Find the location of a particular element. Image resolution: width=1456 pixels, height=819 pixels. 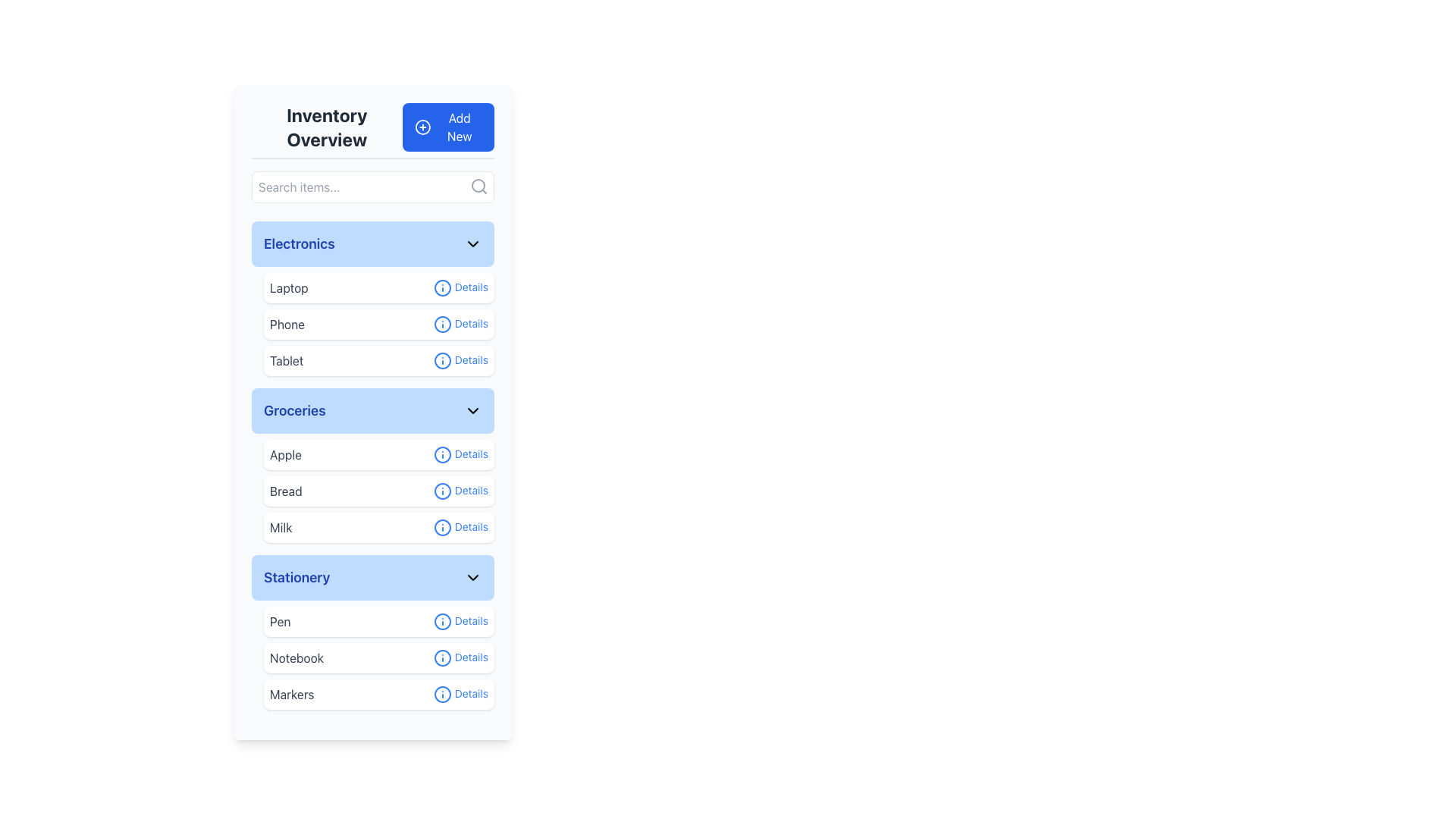

text of the 'Add New' button label, which indicates its functionality to add a new item or entity to the inventory is located at coordinates (459, 127).